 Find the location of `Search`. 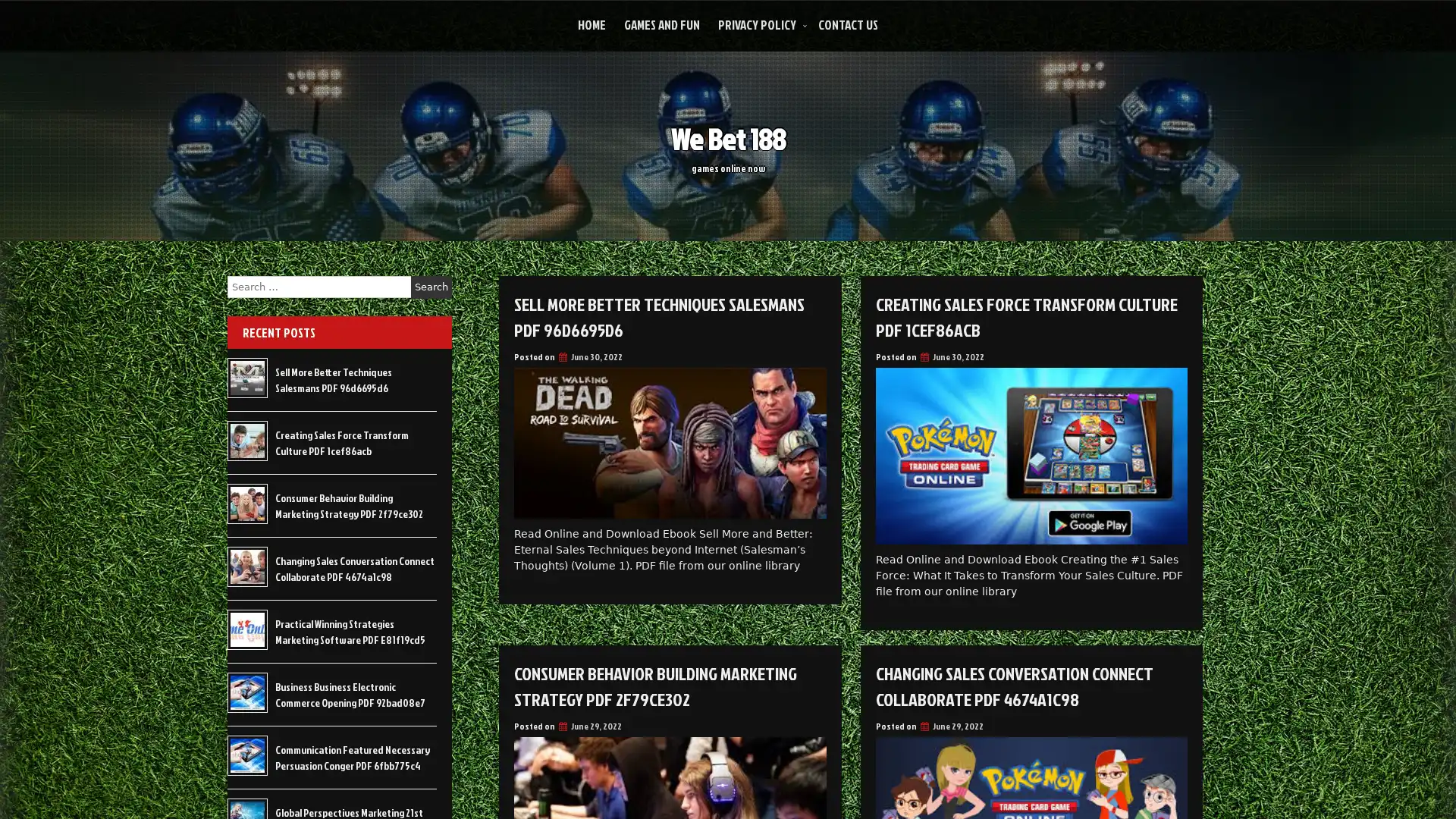

Search is located at coordinates (431, 287).